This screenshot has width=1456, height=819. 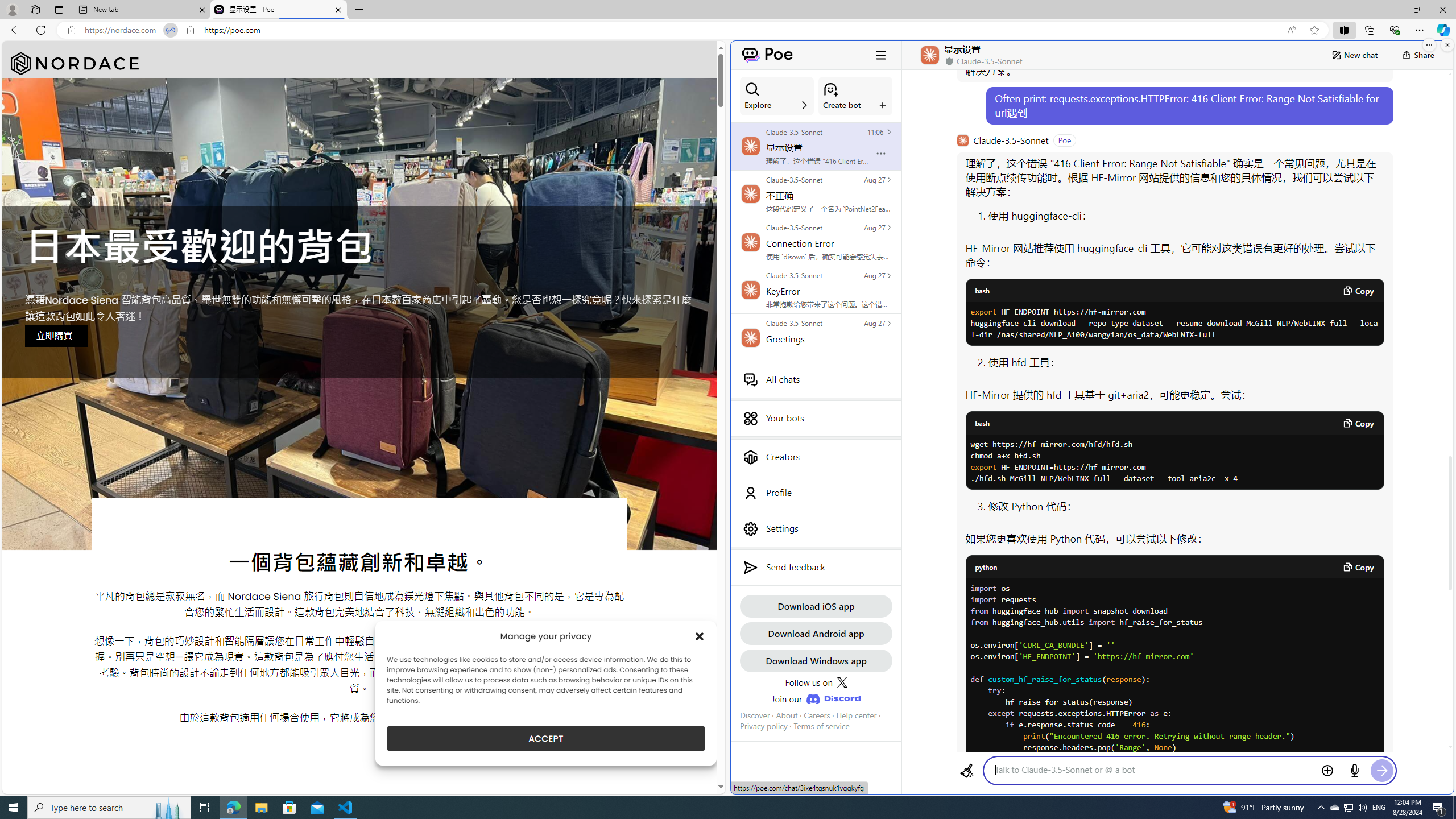 What do you see at coordinates (1442, 9) in the screenshot?
I see `'Close'` at bounding box center [1442, 9].